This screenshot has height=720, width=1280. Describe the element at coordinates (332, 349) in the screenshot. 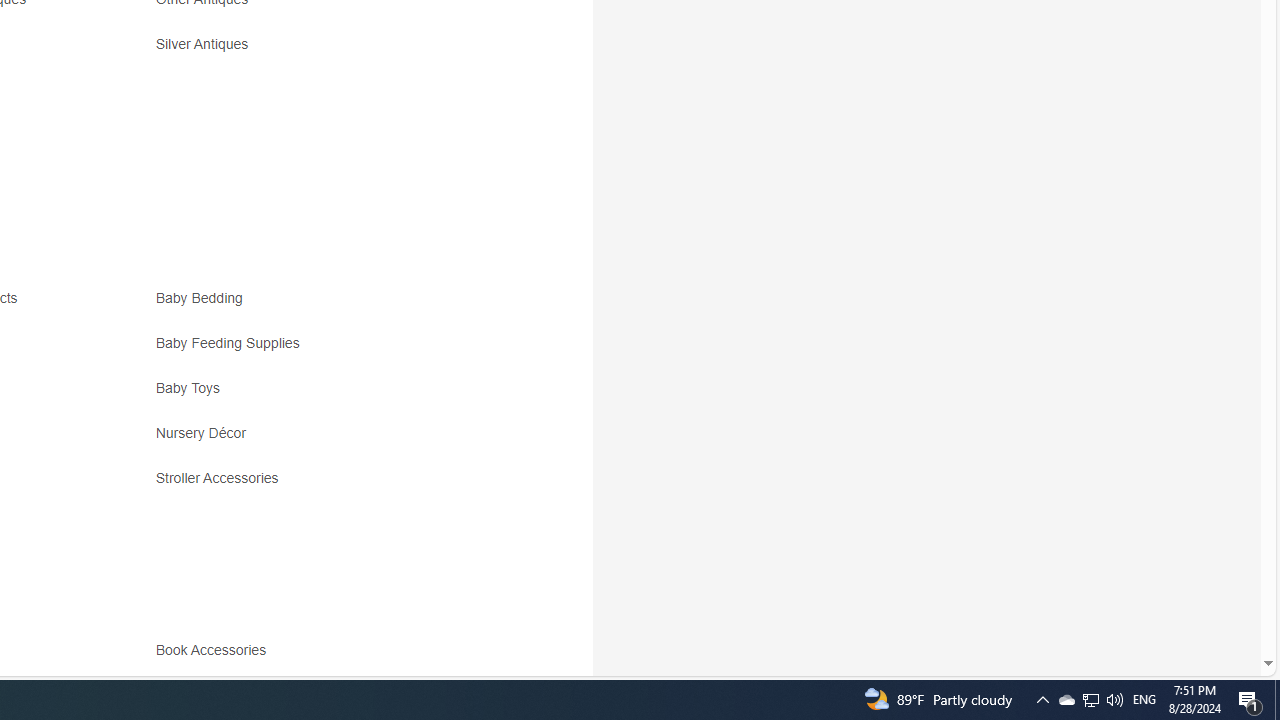

I see `'Baby Feeding Supplies'` at that location.